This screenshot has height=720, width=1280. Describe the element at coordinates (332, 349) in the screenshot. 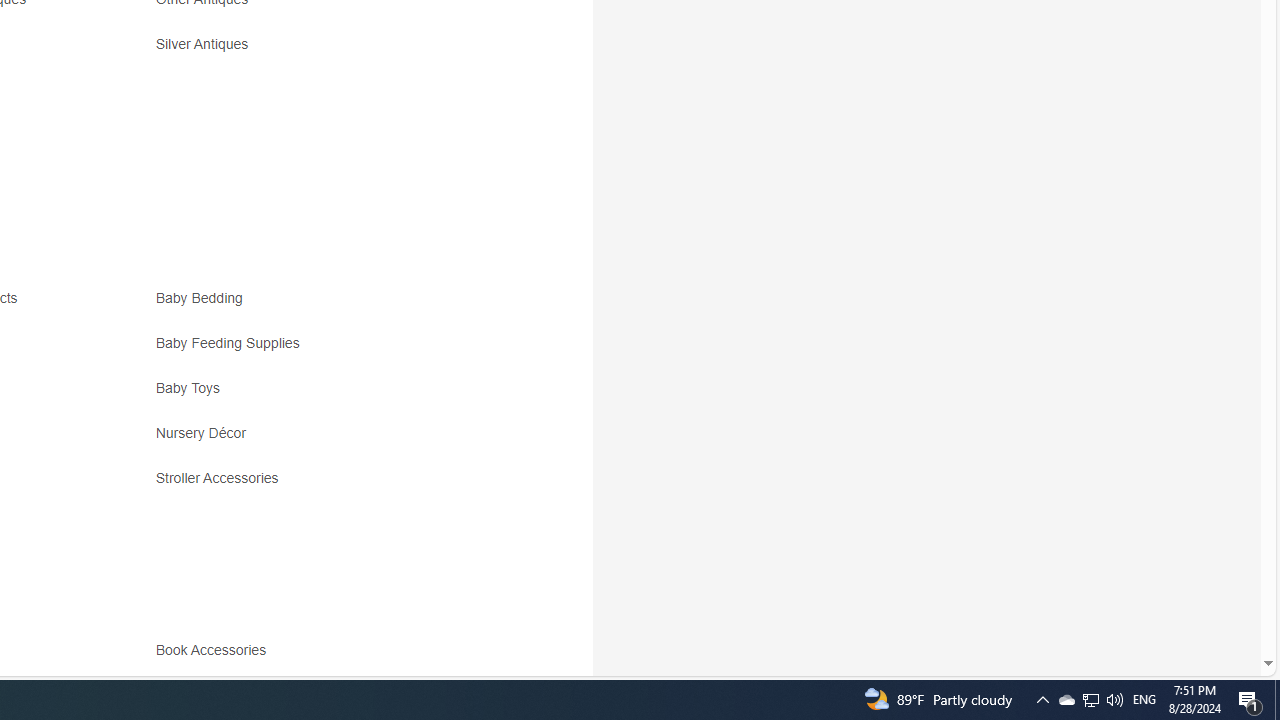

I see `'Baby Feeding Supplies'` at that location.